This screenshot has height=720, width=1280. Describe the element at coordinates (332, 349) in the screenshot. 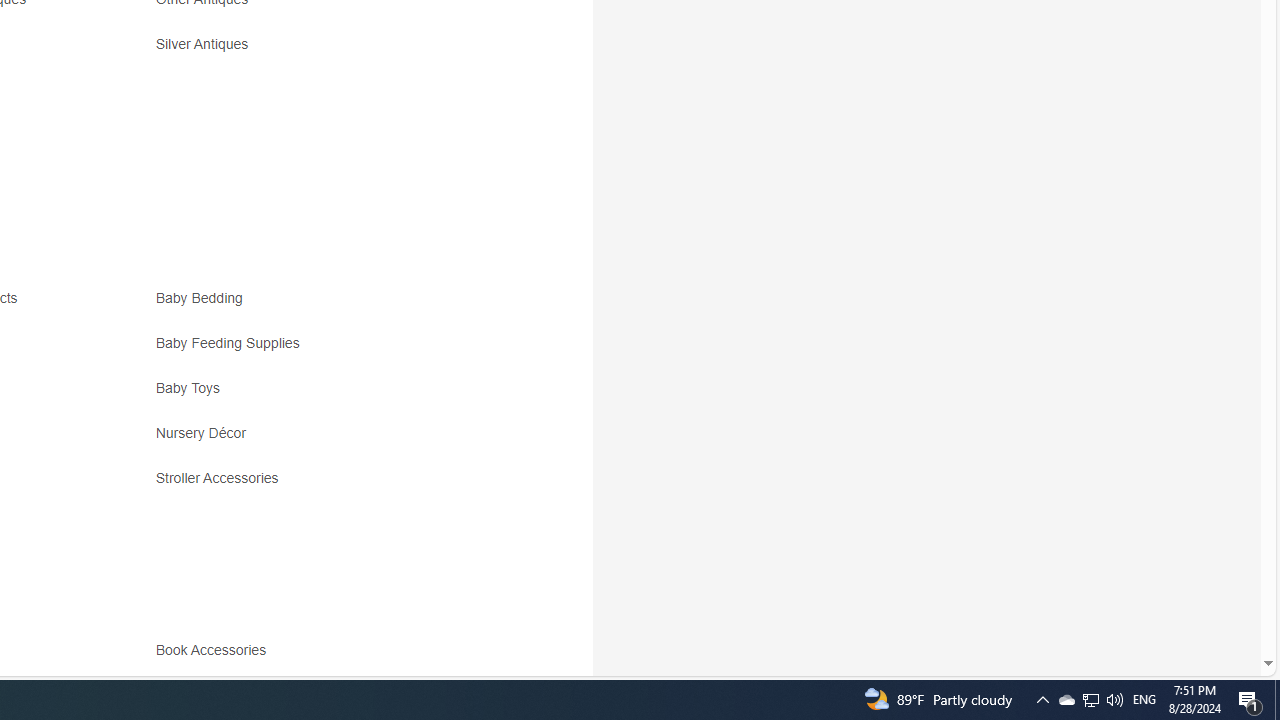

I see `'Baby Feeding Supplies'` at that location.